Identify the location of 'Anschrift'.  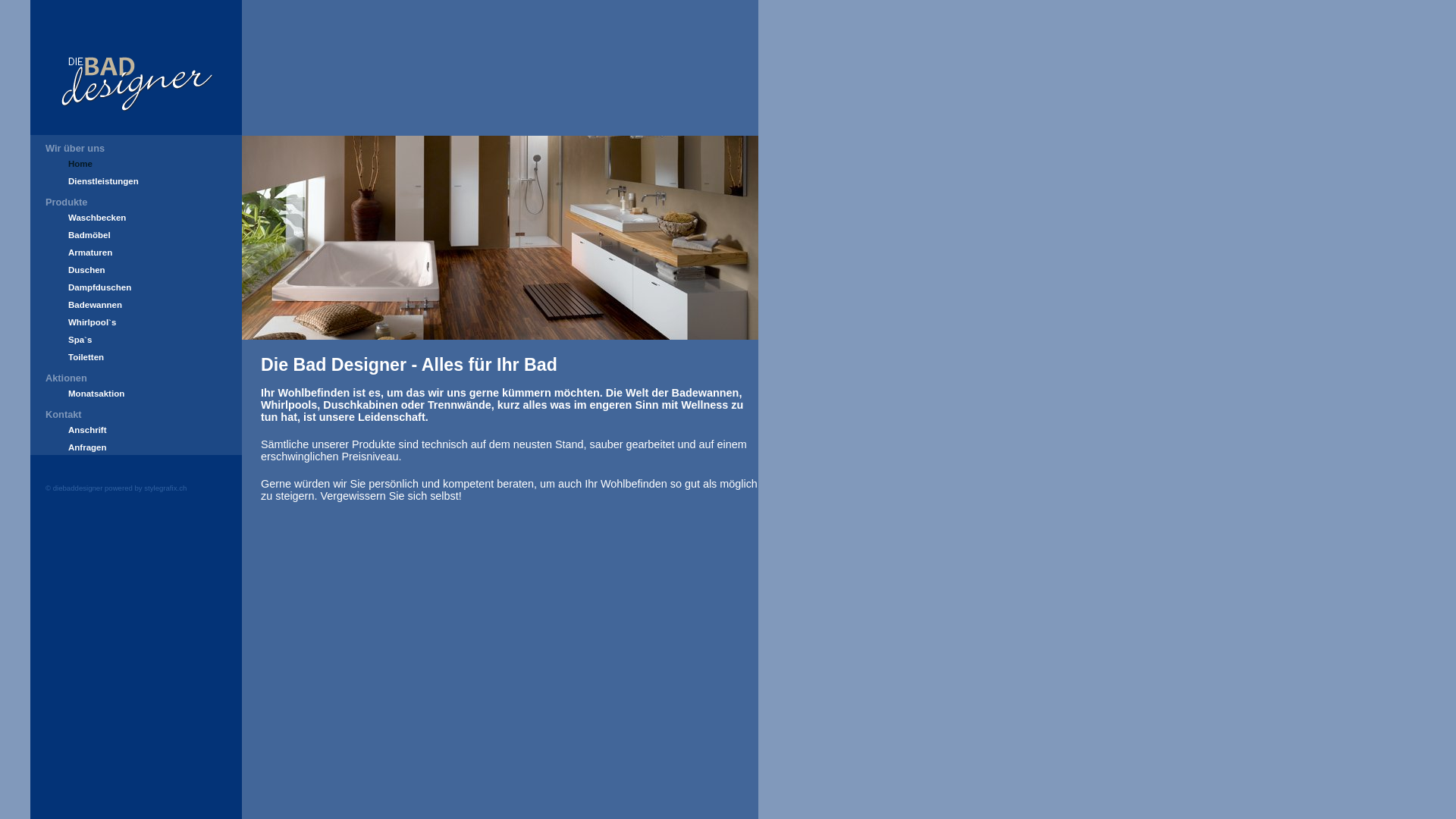
(86, 430).